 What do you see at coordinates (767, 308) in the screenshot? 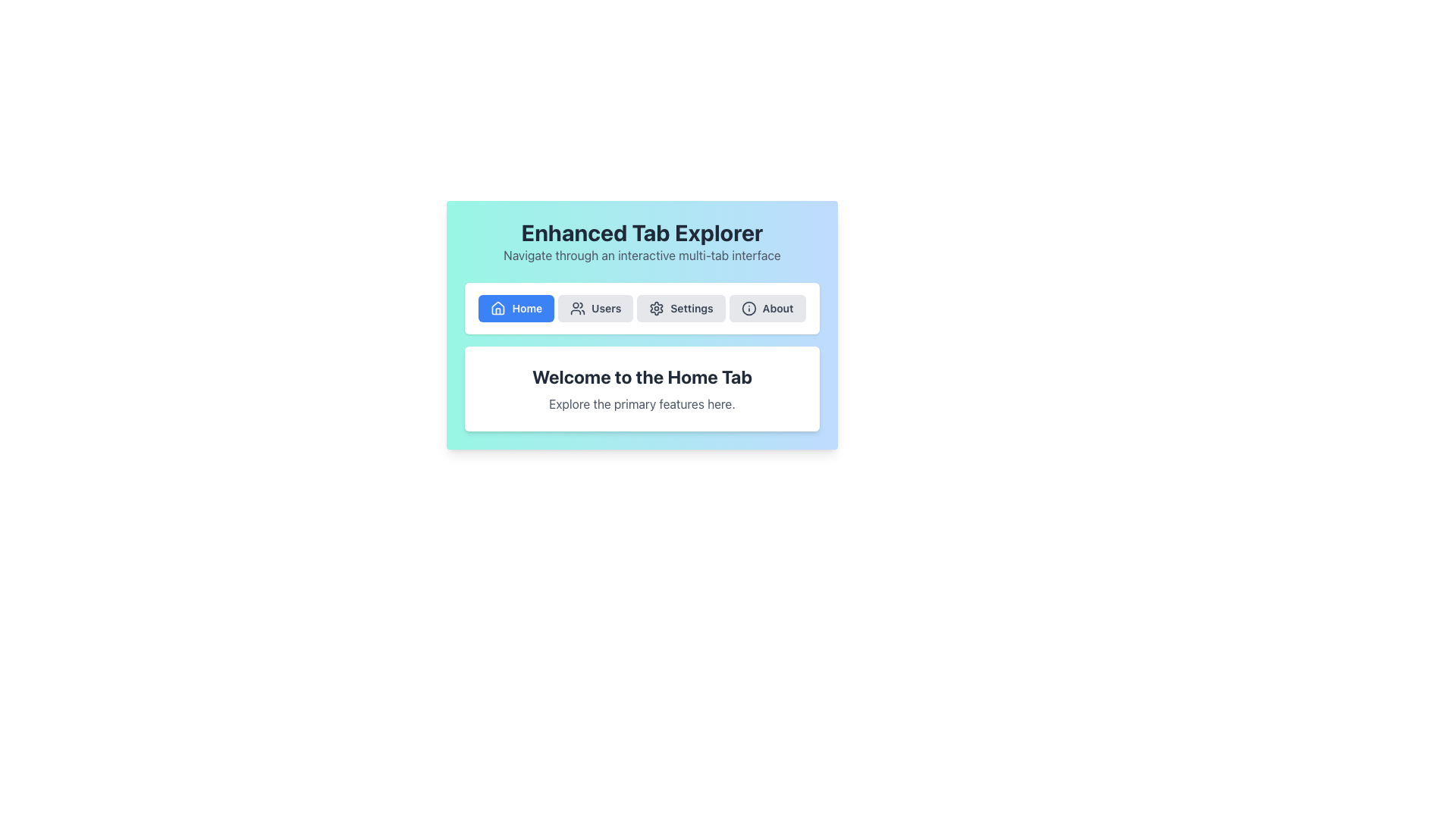
I see `the 'About' button` at bounding box center [767, 308].